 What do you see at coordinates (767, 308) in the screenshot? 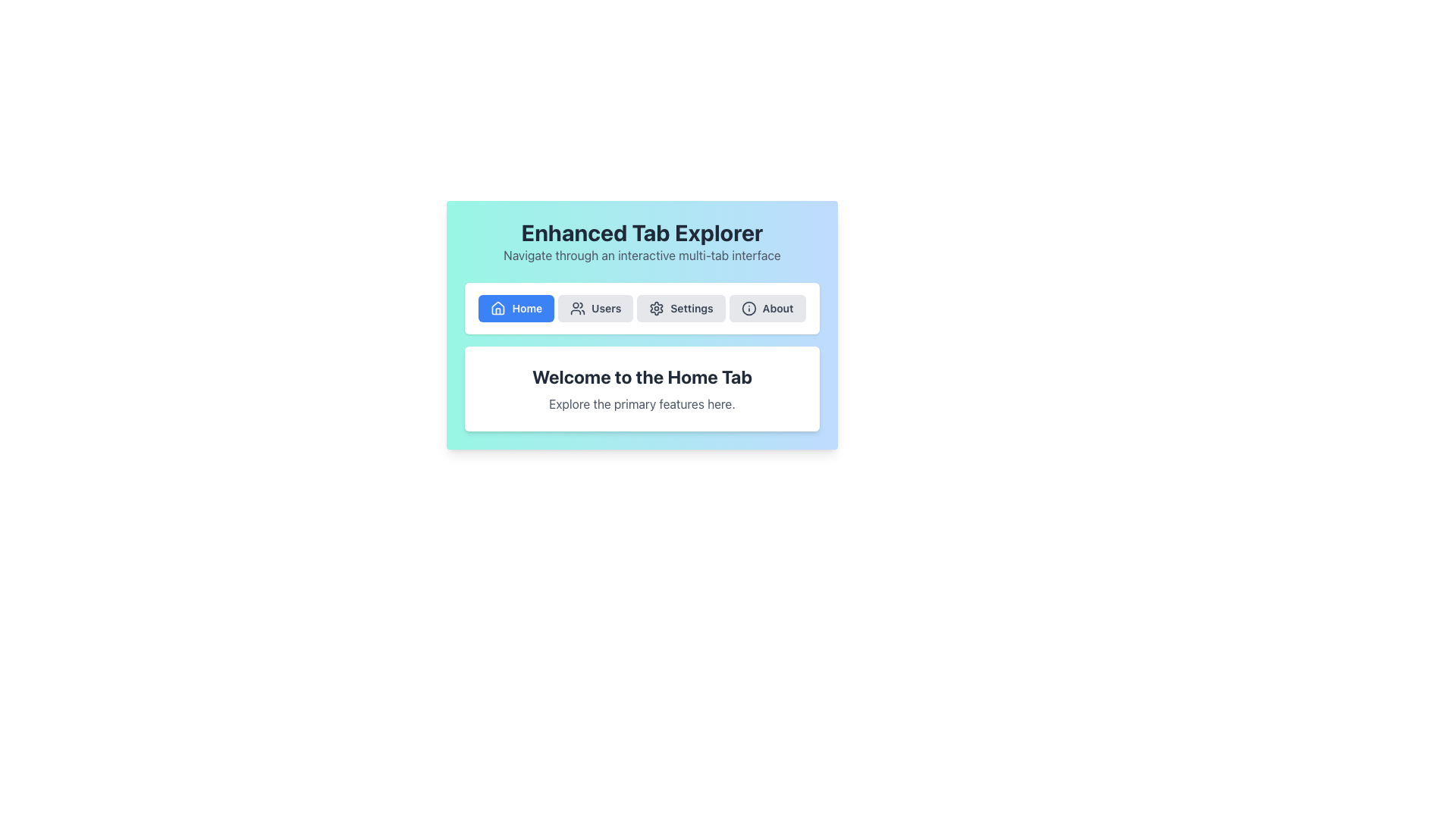
I see `the 'About' button` at bounding box center [767, 308].